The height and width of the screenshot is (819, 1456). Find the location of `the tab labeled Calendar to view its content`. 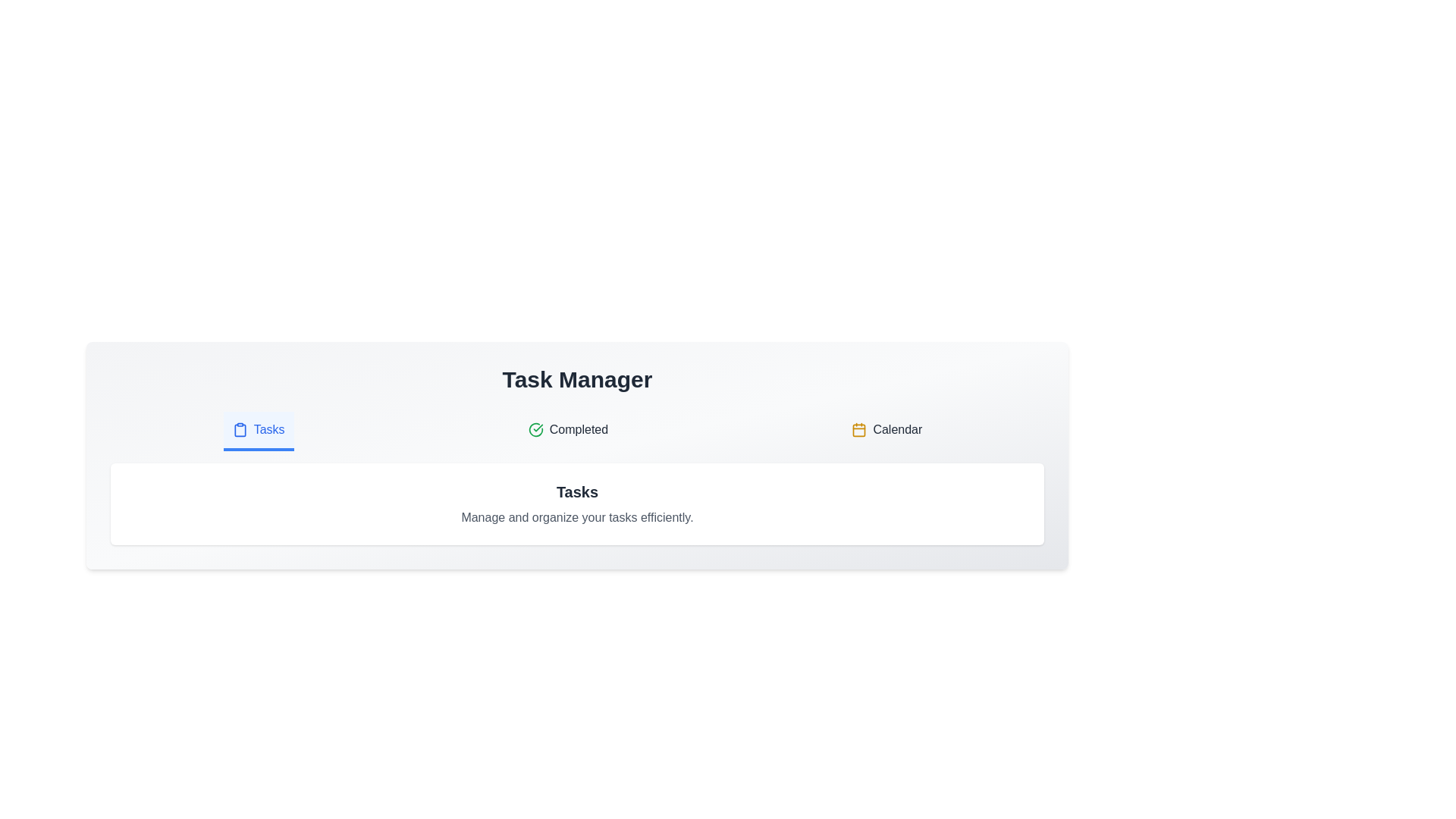

the tab labeled Calendar to view its content is located at coordinates (886, 431).